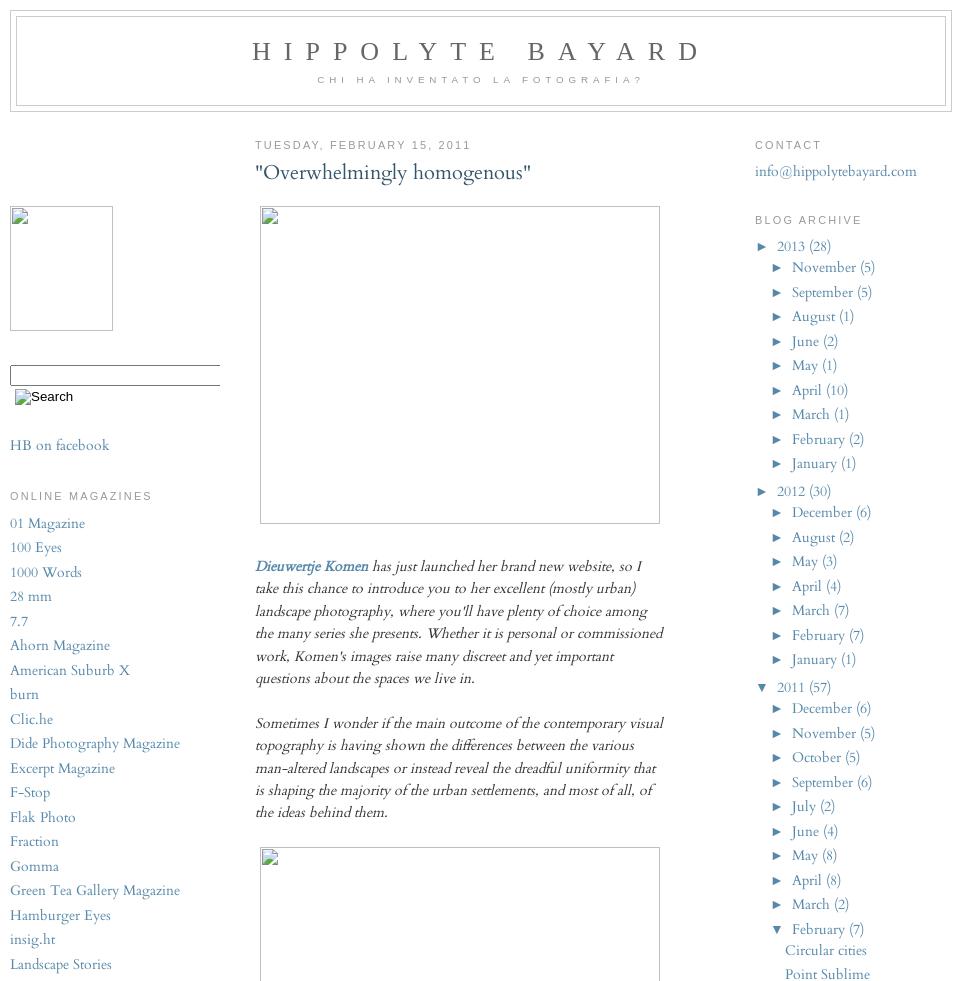 The height and width of the screenshot is (981, 960). I want to click on 'Clic.he', so click(8, 718).